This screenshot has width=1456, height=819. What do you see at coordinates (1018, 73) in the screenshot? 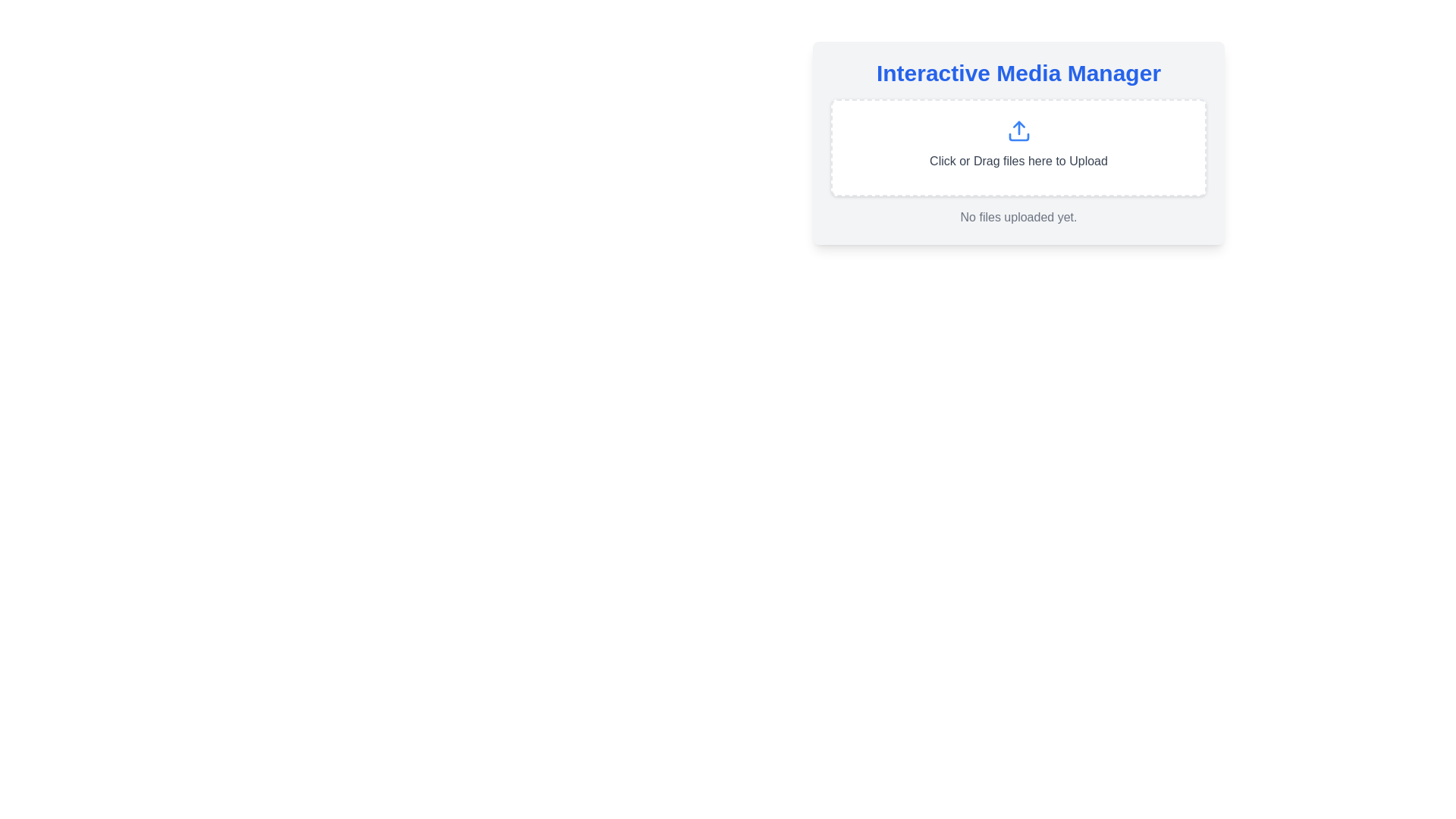
I see `the 'Interactive Media Manager' text header, which is prominently displayed in blue at the top of its section with a clean and modern typography` at bounding box center [1018, 73].